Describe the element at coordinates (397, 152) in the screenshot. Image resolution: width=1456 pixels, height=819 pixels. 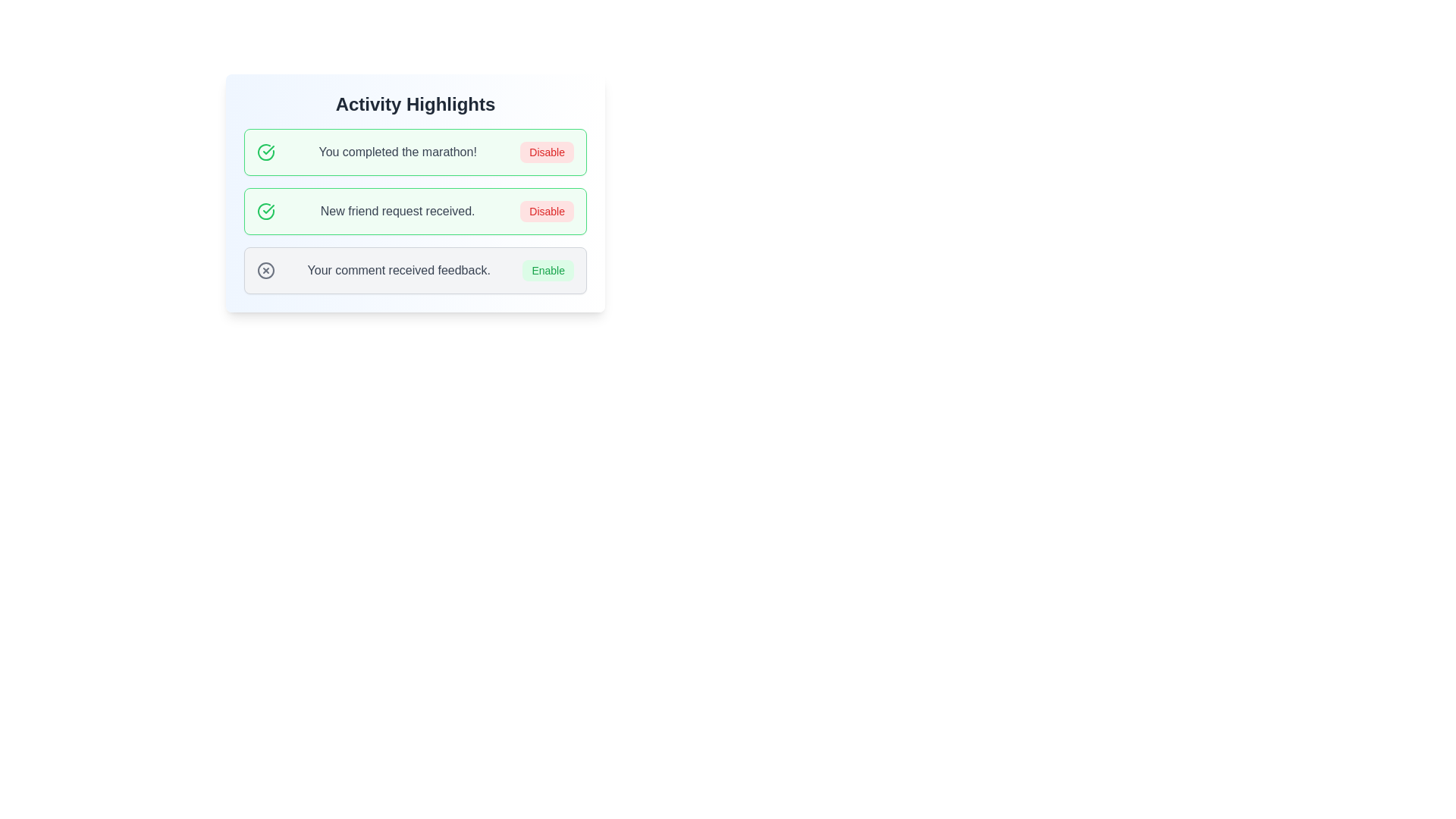
I see `the static text label that indicates the completion of a marathon, located in the top notification card, between an icon and a 'Disable' button` at that location.